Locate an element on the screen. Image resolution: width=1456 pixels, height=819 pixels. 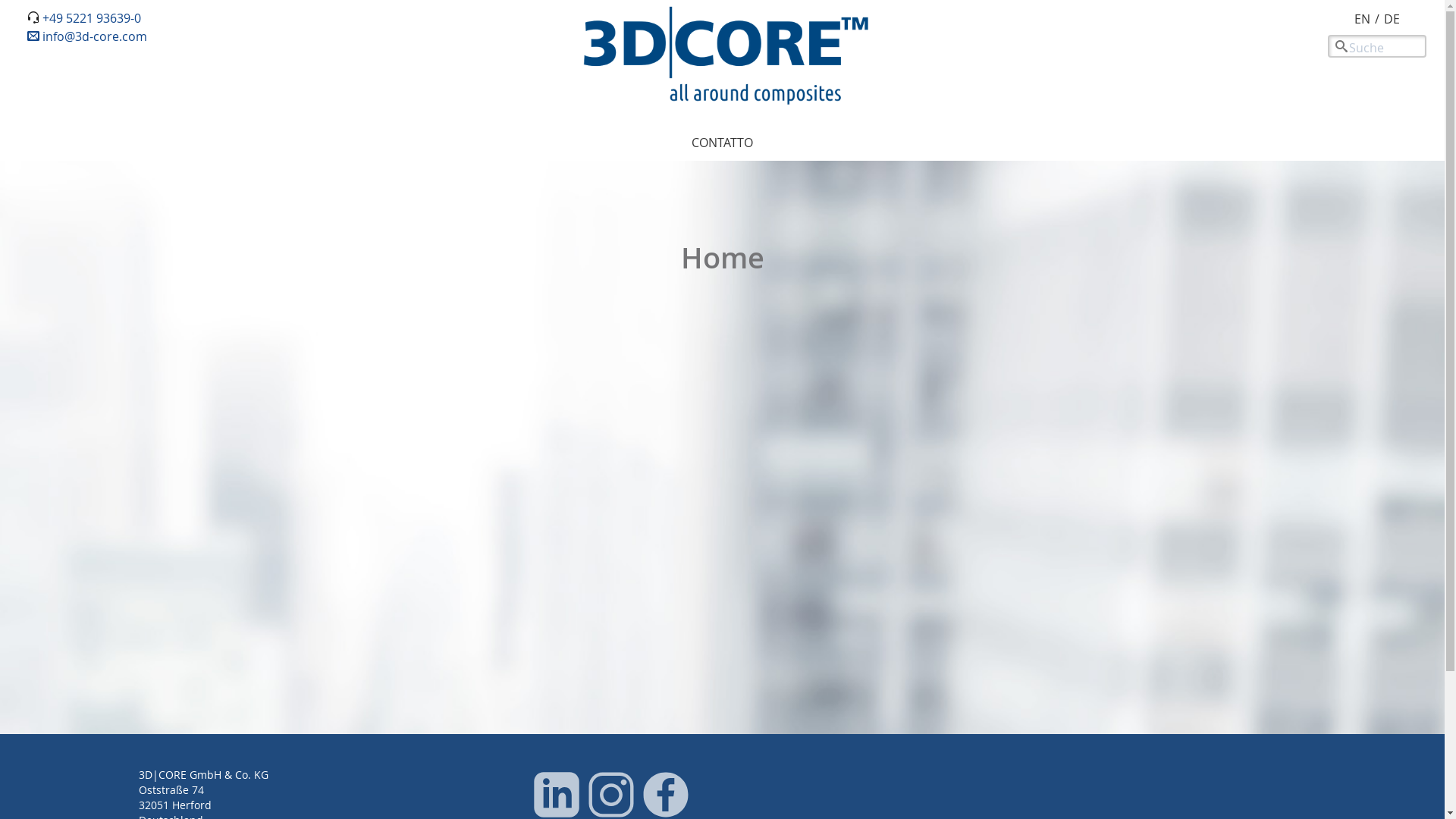
'info@3d-core.com' is located at coordinates (86, 35).